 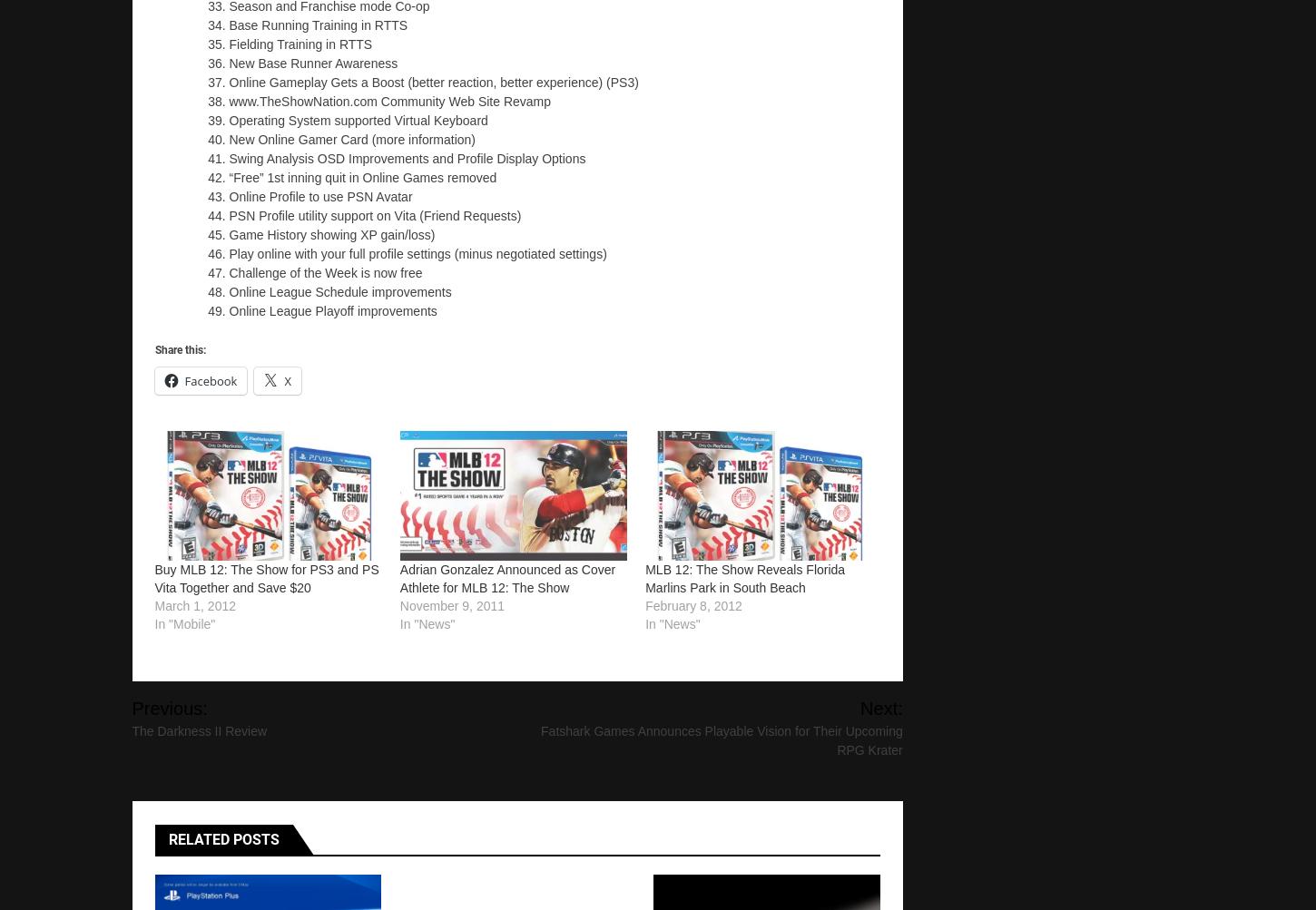 What do you see at coordinates (229, 81) in the screenshot?
I see `'Online Gameplay Gets a Boost (better reaction, better experience) (PS3)'` at bounding box center [229, 81].